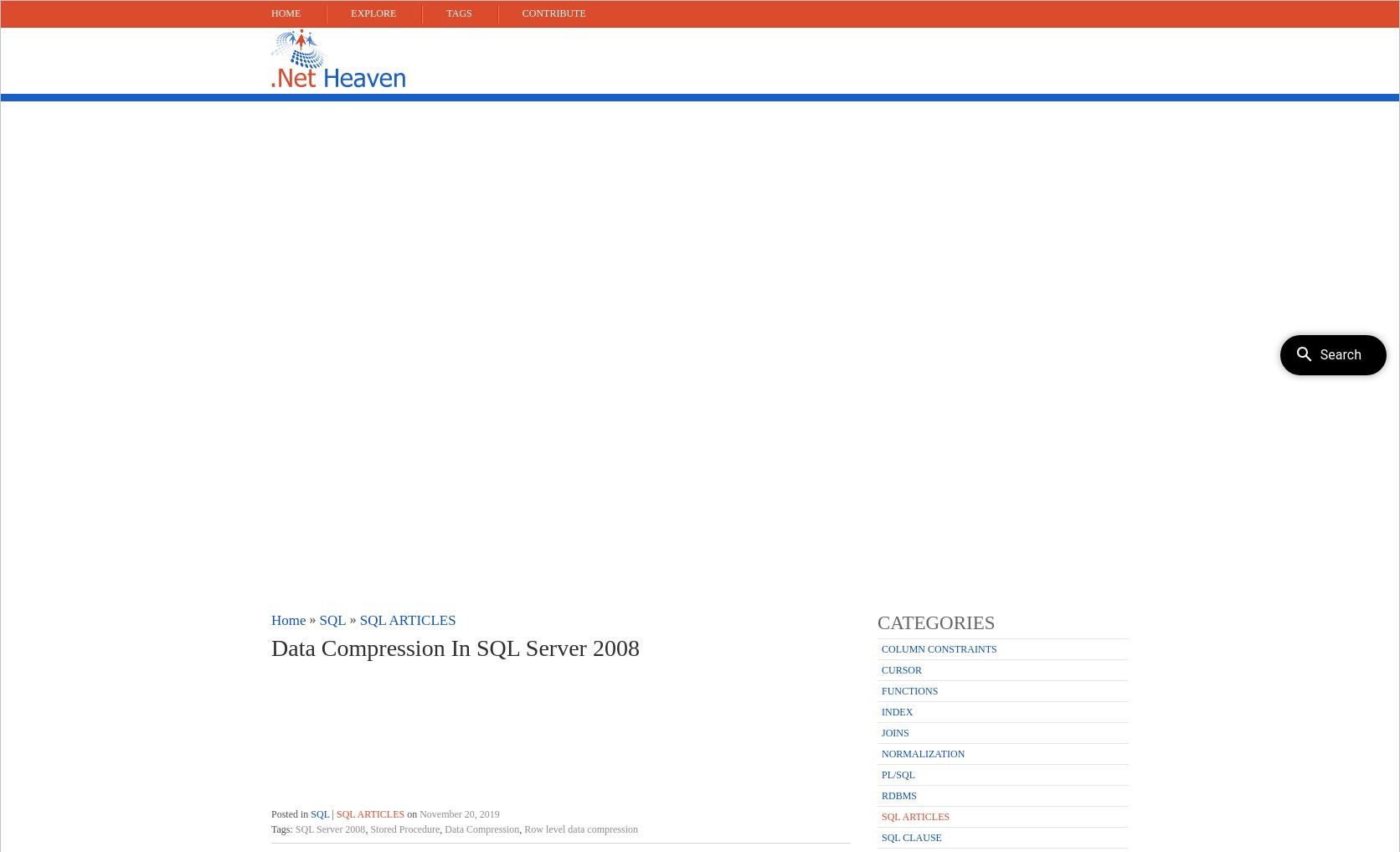 The image size is (1400, 852). What do you see at coordinates (898, 773) in the screenshot?
I see `'PL/SQL'` at bounding box center [898, 773].